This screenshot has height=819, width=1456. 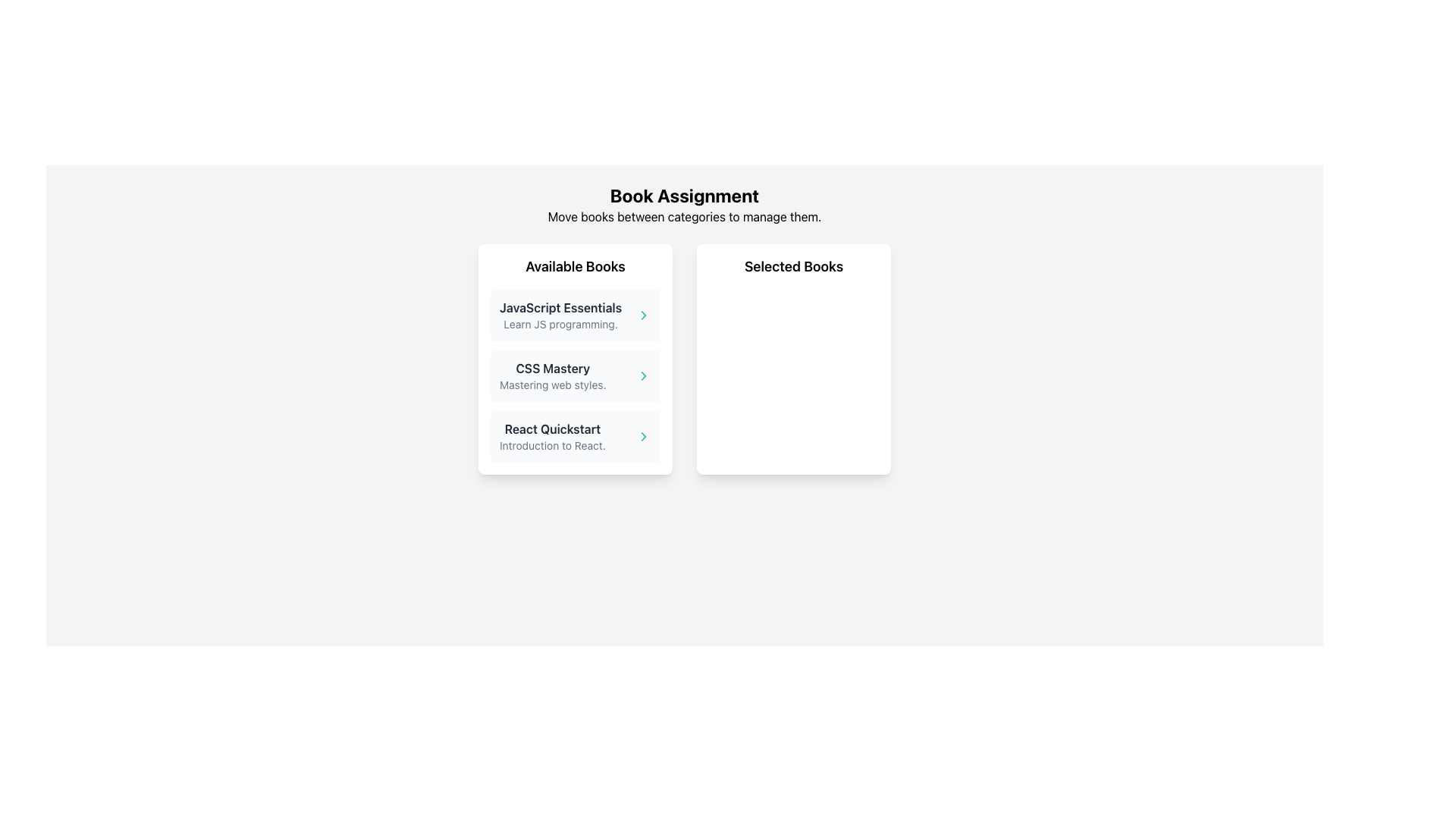 What do you see at coordinates (552, 375) in the screenshot?
I see `the text block displaying information about the book 'CSS Mastery' in the 'Available Books' section` at bounding box center [552, 375].